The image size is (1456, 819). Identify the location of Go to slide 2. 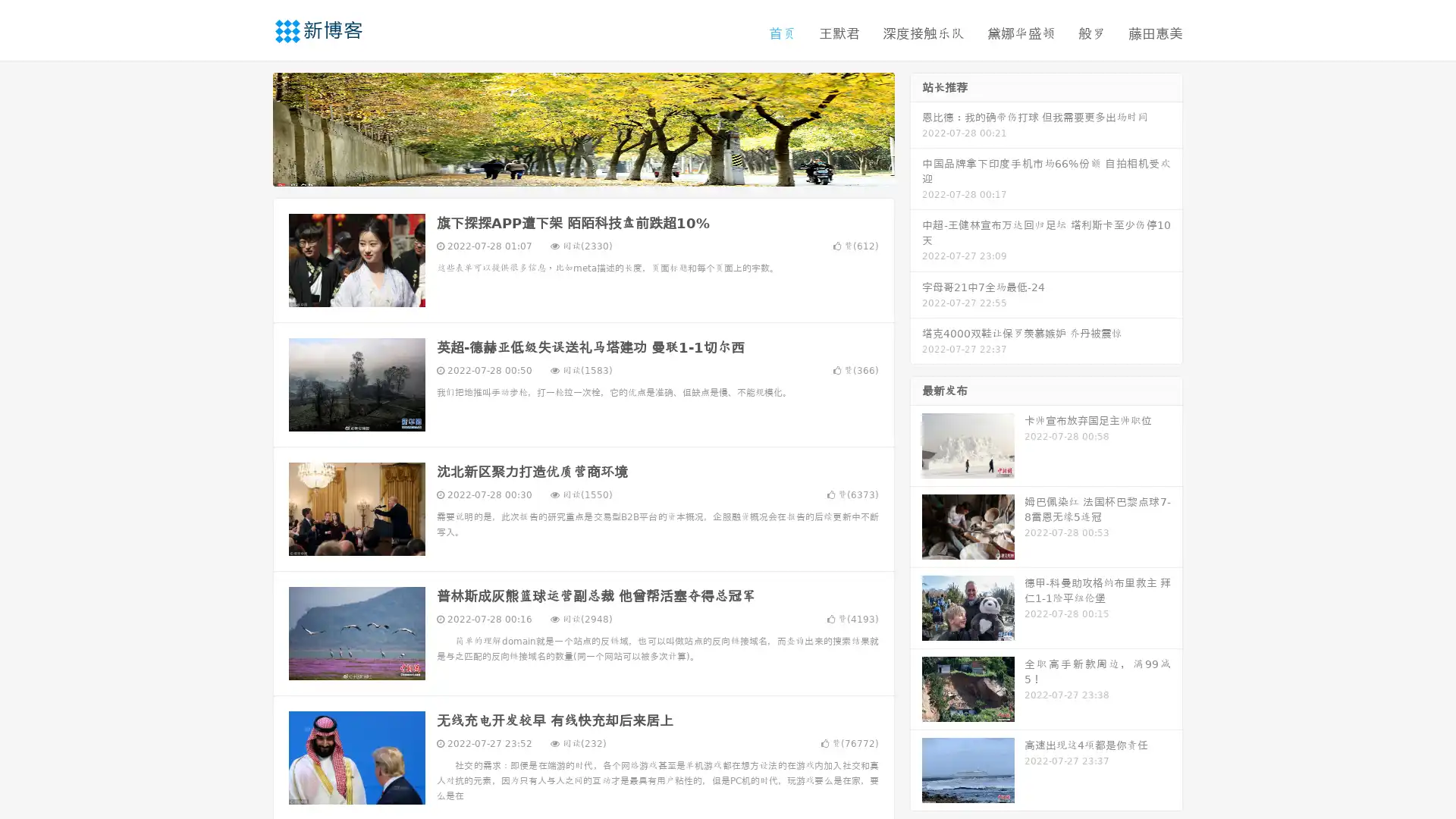
(582, 171).